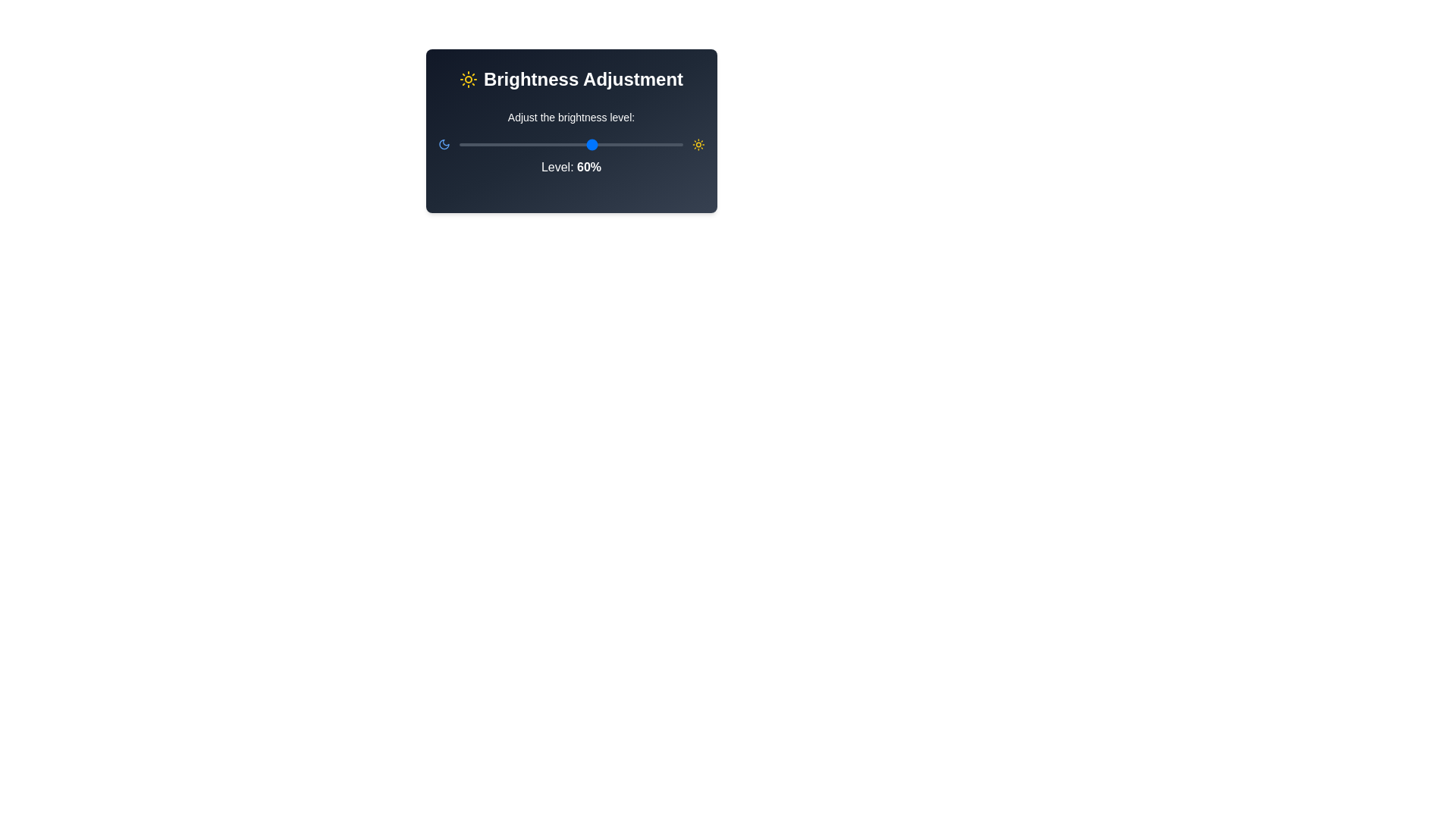  I want to click on the sun icon representing the bright mode adjustment in the brightness control user interface for visual cues, so click(698, 145).